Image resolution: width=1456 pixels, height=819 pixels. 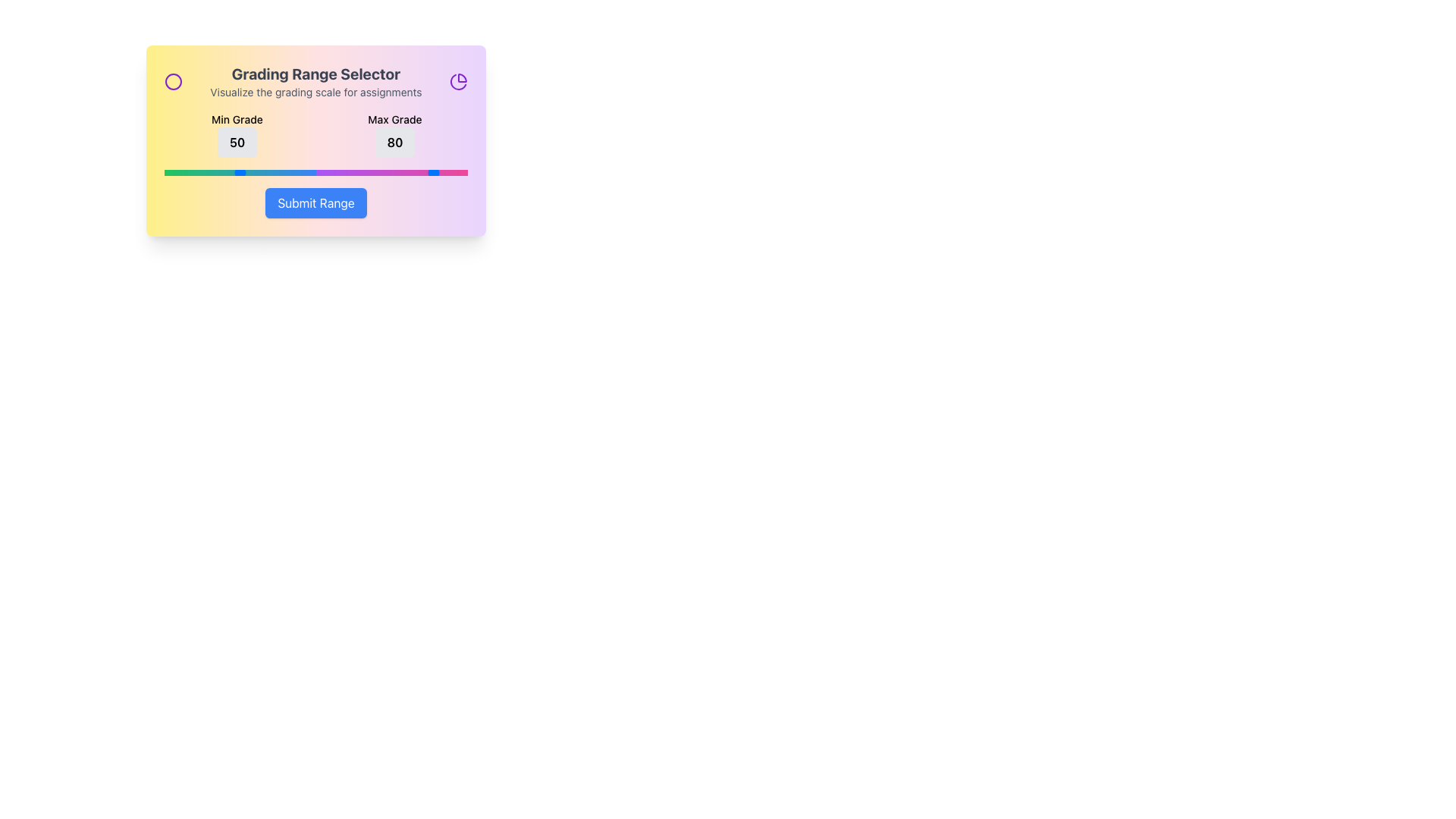 I want to click on the circular SVG graphic with a purple border located at the top left corner of the yellow-gradient card, so click(x=174, y=82).